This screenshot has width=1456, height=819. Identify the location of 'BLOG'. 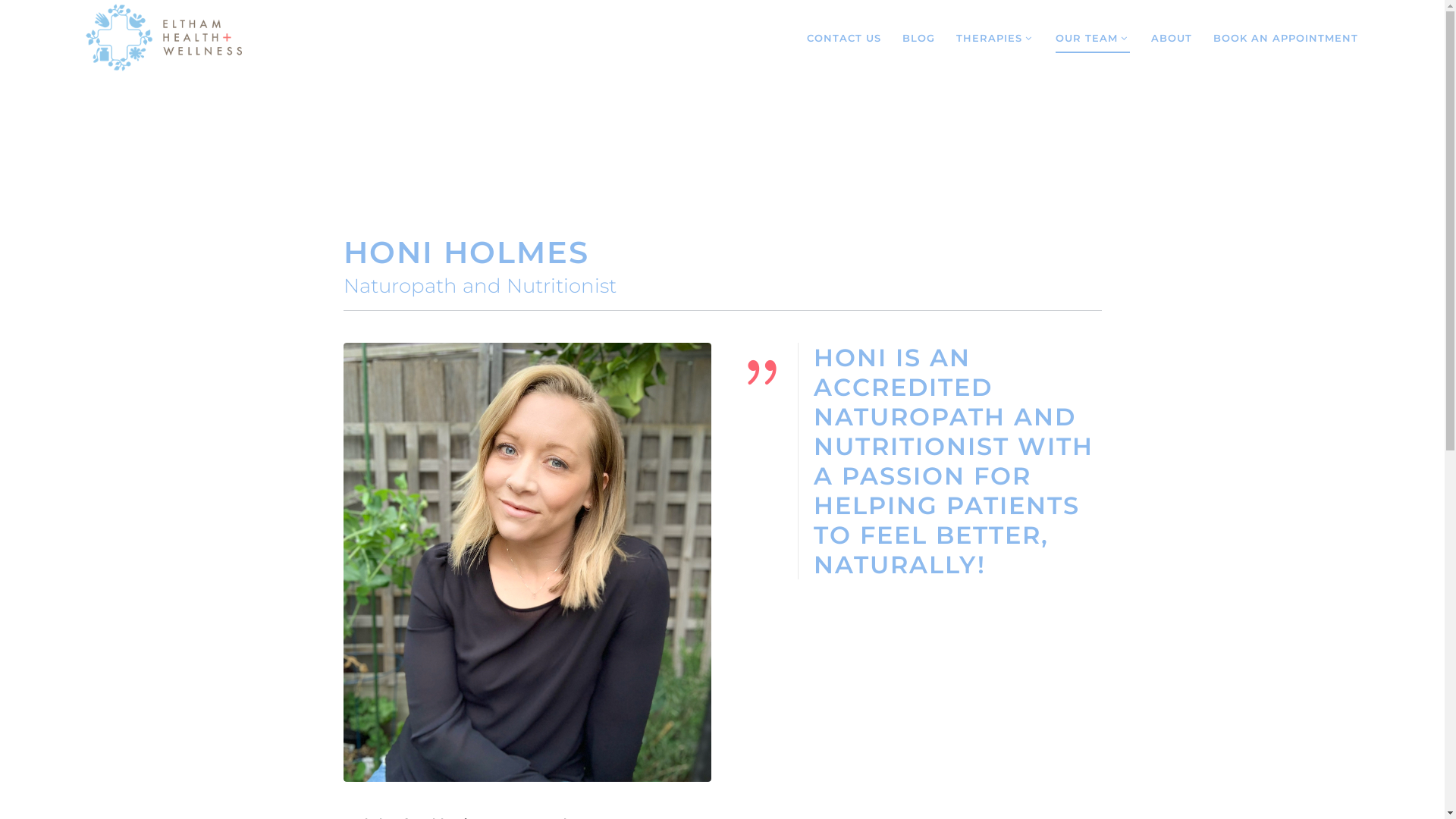
(918, 37).